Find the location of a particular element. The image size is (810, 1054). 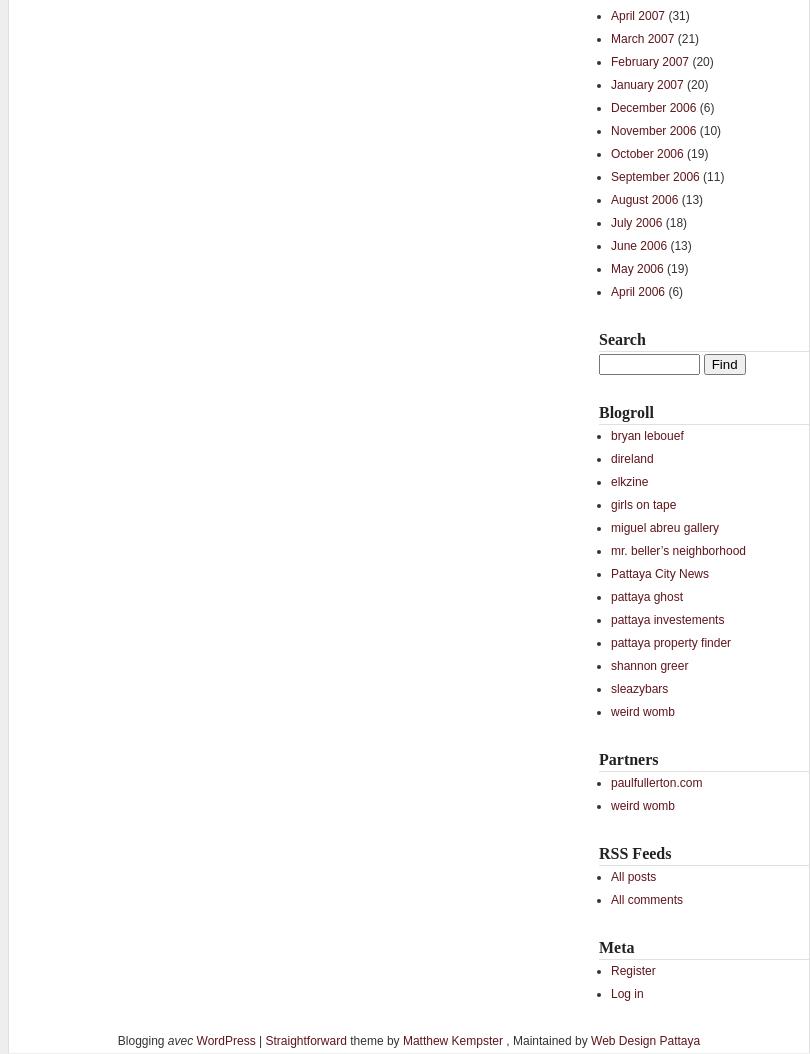

'shannon greer' is located at coordinates (648, 666).